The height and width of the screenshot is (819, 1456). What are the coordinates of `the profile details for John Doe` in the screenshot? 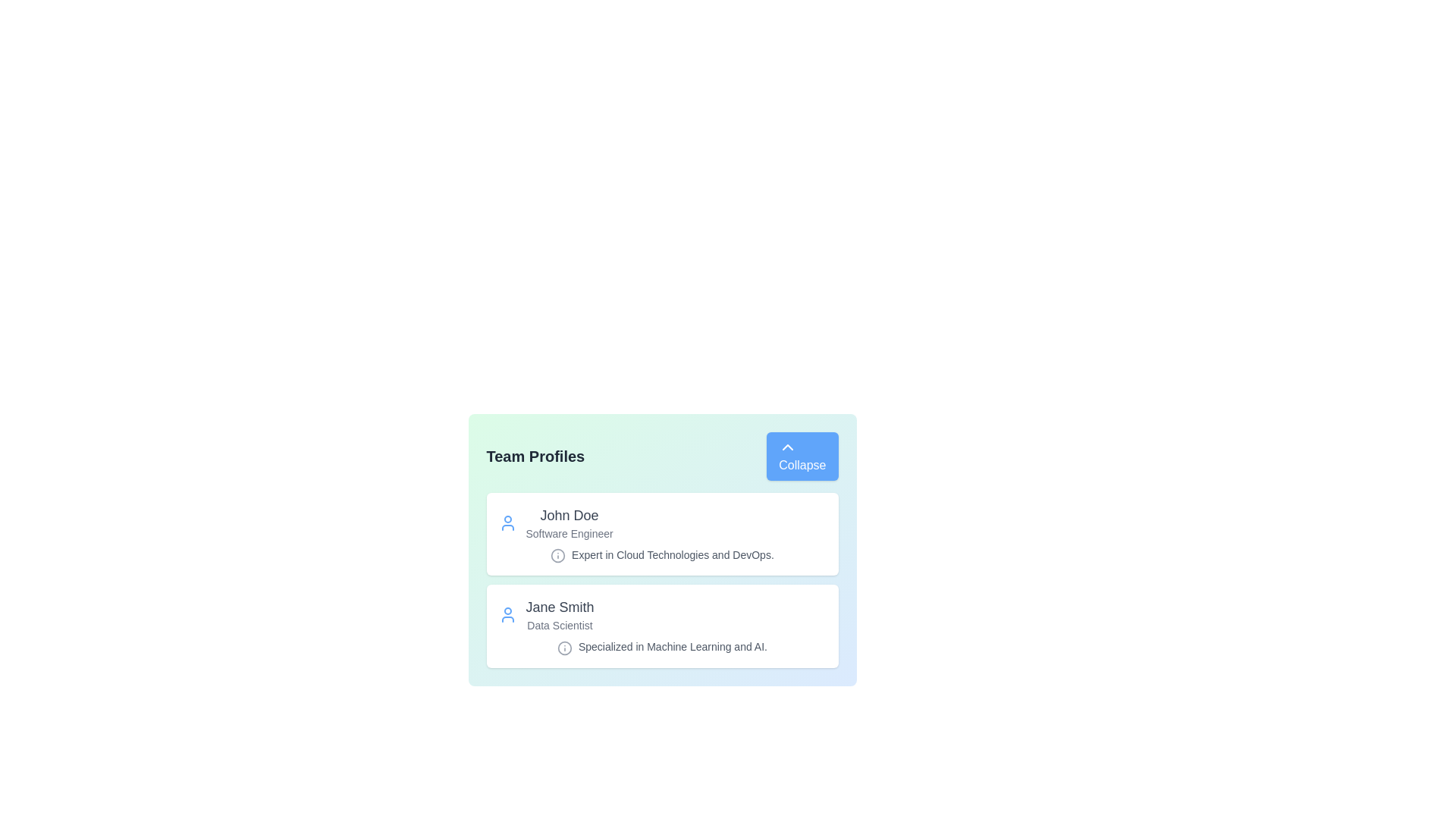 It's located at (662, 533).